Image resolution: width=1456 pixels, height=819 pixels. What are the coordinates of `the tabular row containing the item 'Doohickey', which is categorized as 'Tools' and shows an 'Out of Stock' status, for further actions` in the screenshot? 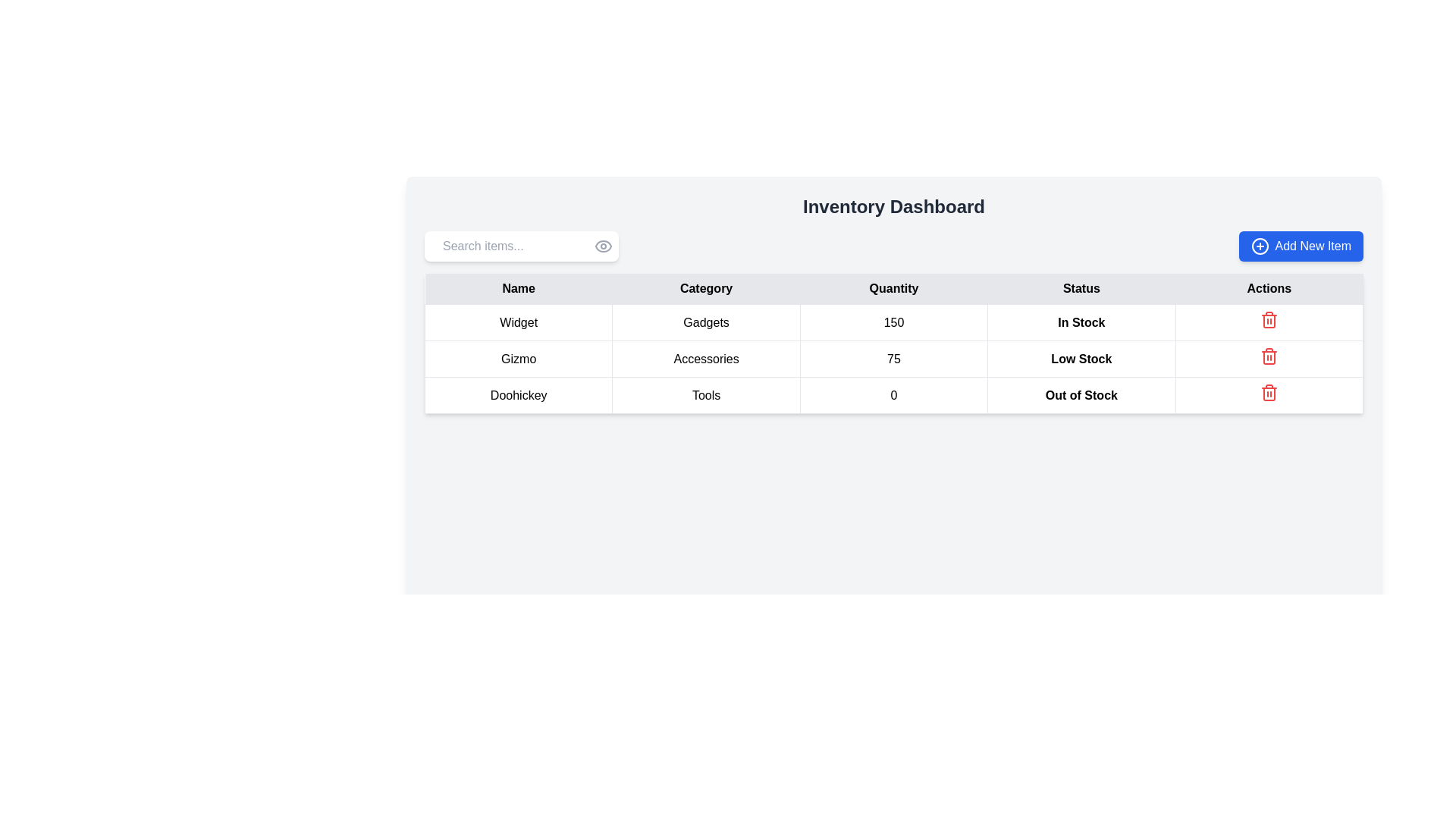 It's located at (894, 394).